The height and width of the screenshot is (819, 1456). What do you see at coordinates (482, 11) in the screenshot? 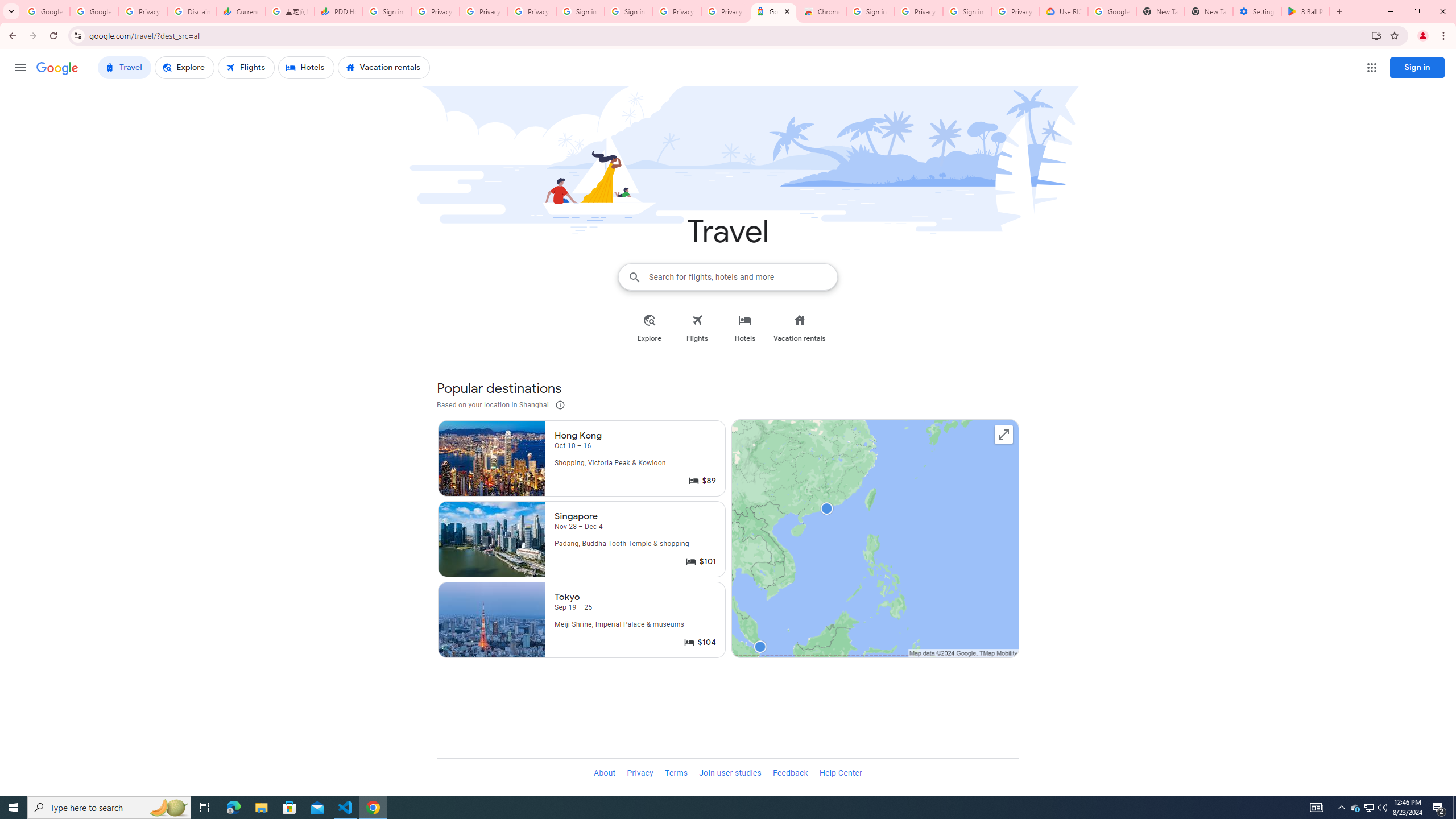
I see `'Privacy Checkup'` at bounding box center [482, 11].